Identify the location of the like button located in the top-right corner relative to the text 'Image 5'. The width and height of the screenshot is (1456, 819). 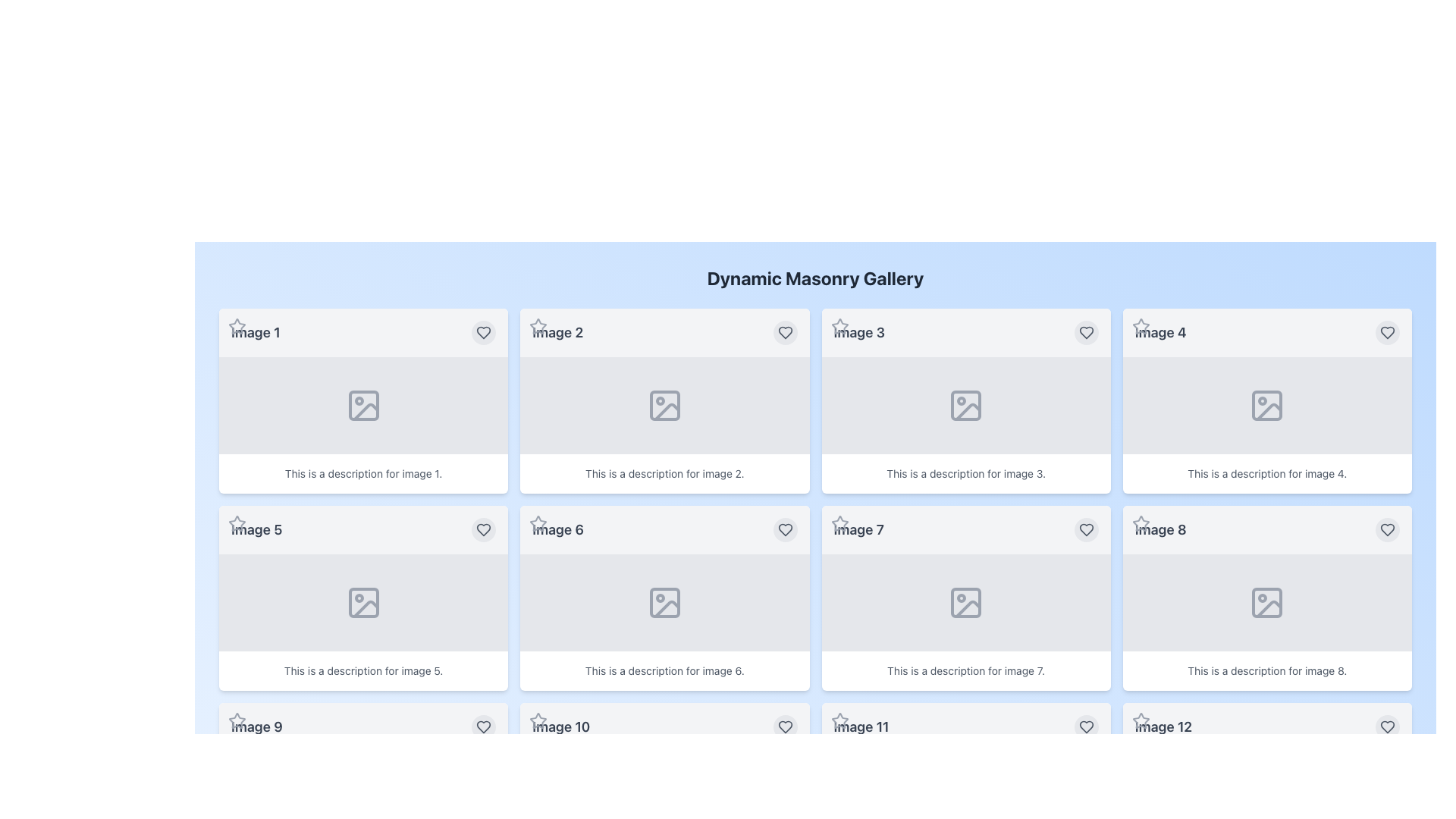
(483, 529).